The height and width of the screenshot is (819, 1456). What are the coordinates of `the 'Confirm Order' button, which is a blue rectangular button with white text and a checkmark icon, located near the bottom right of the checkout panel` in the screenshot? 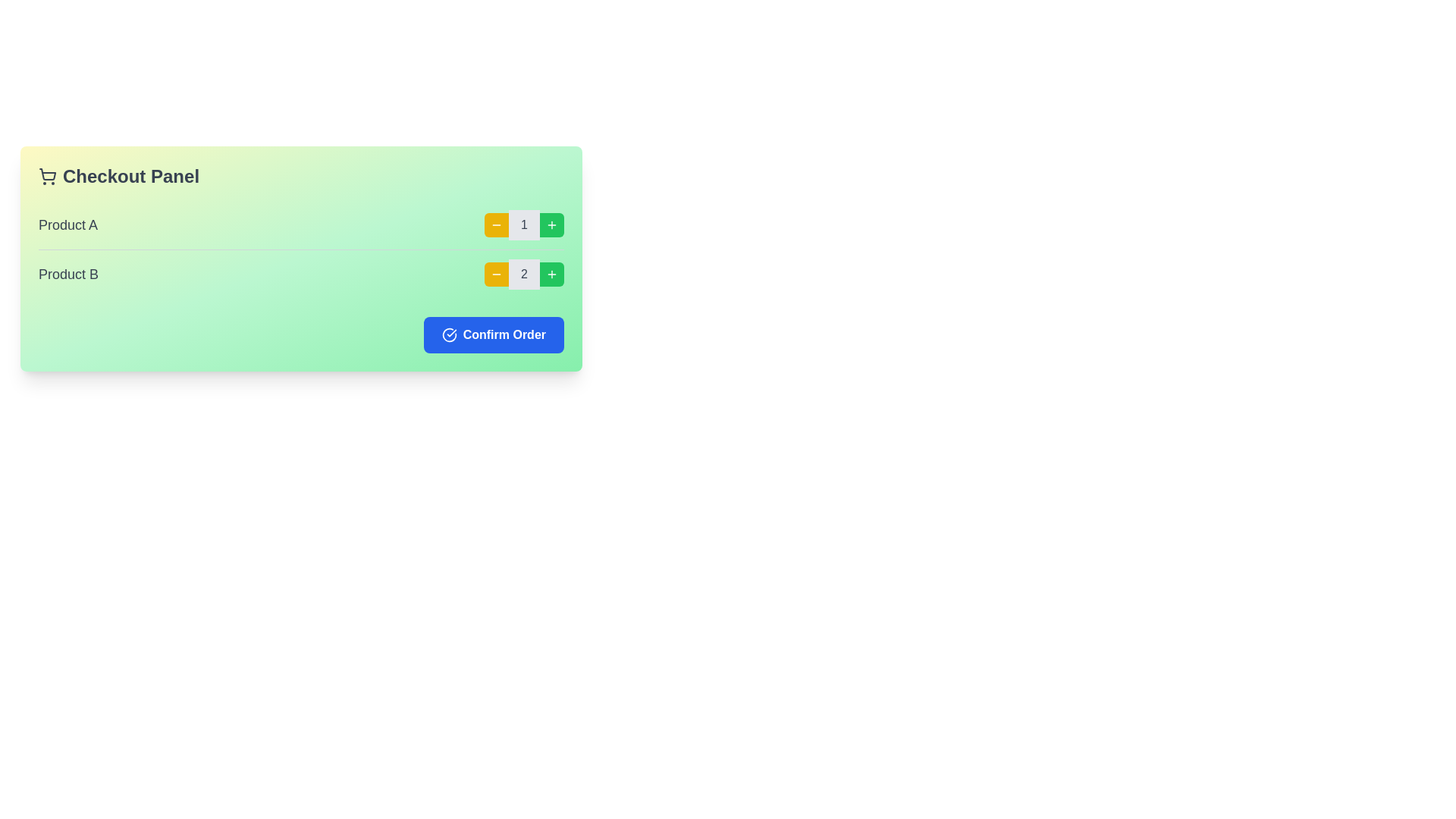 It's located at (494, 334).